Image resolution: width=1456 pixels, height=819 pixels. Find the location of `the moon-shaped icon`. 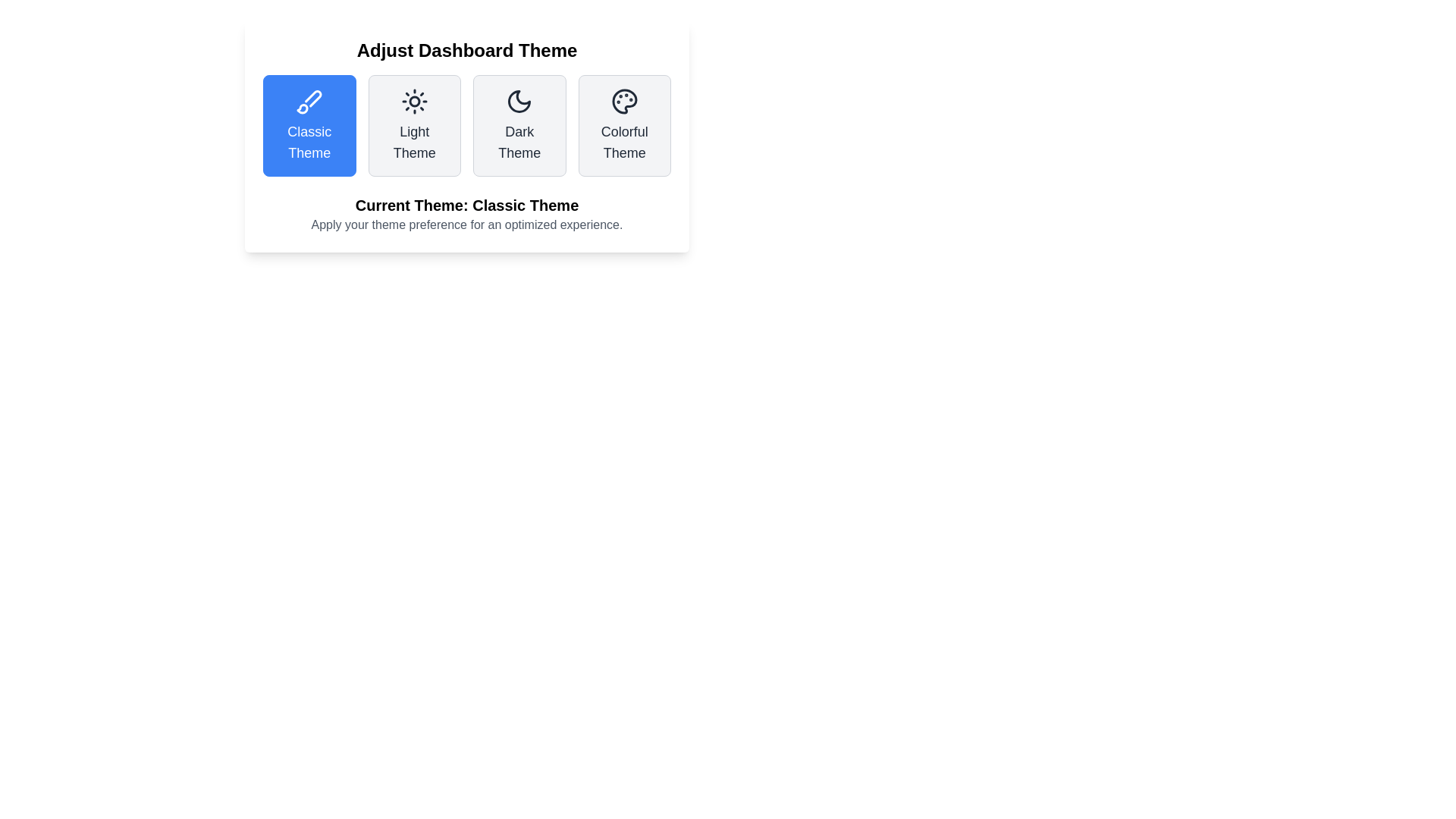

the moon-shaped icon is located at coordinates (519, 102).